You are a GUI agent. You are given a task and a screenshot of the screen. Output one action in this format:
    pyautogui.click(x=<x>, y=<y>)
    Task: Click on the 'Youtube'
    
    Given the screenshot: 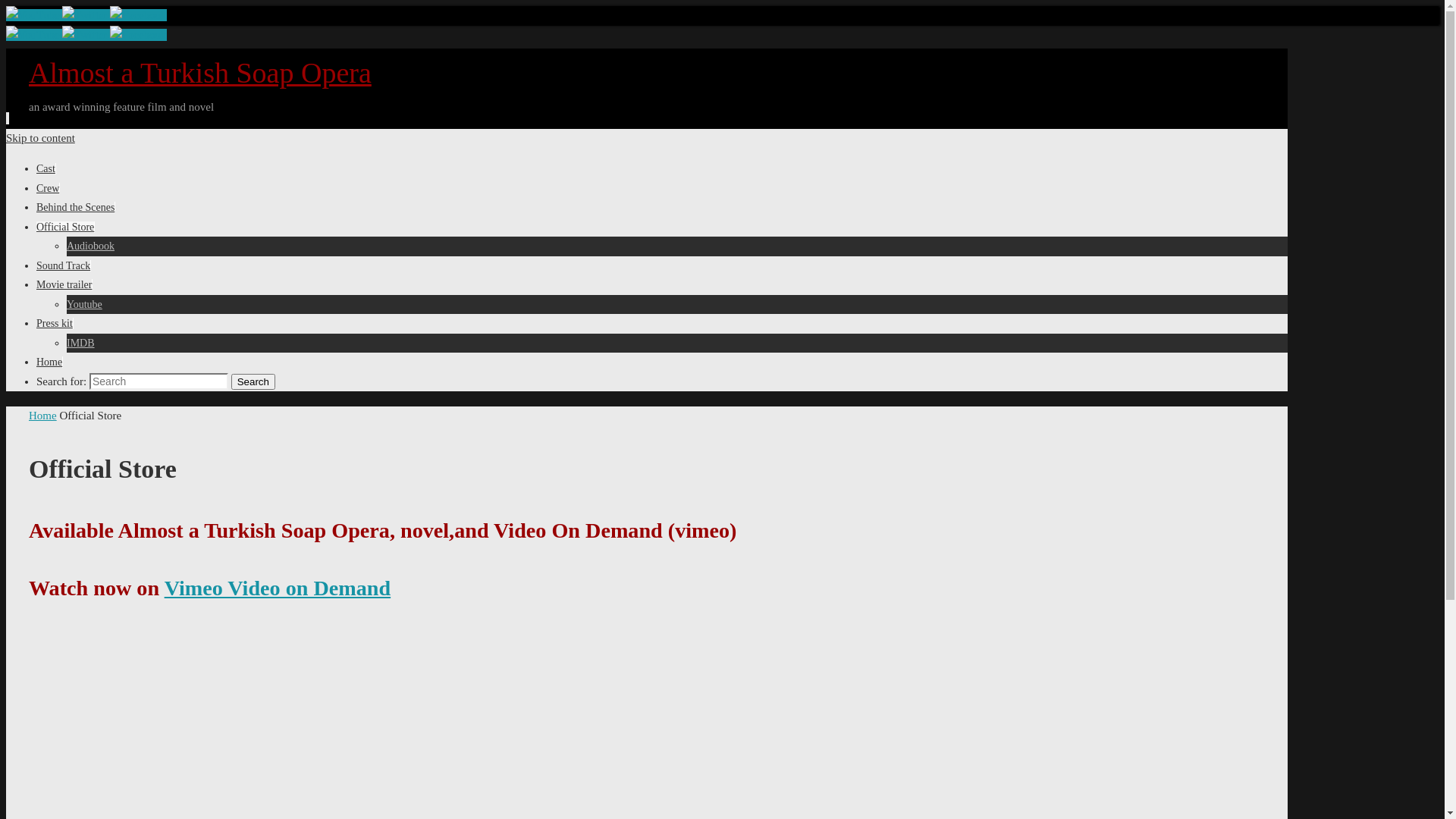 What is the action you would take?
    pyautogui.click(x=65, y=304)
    